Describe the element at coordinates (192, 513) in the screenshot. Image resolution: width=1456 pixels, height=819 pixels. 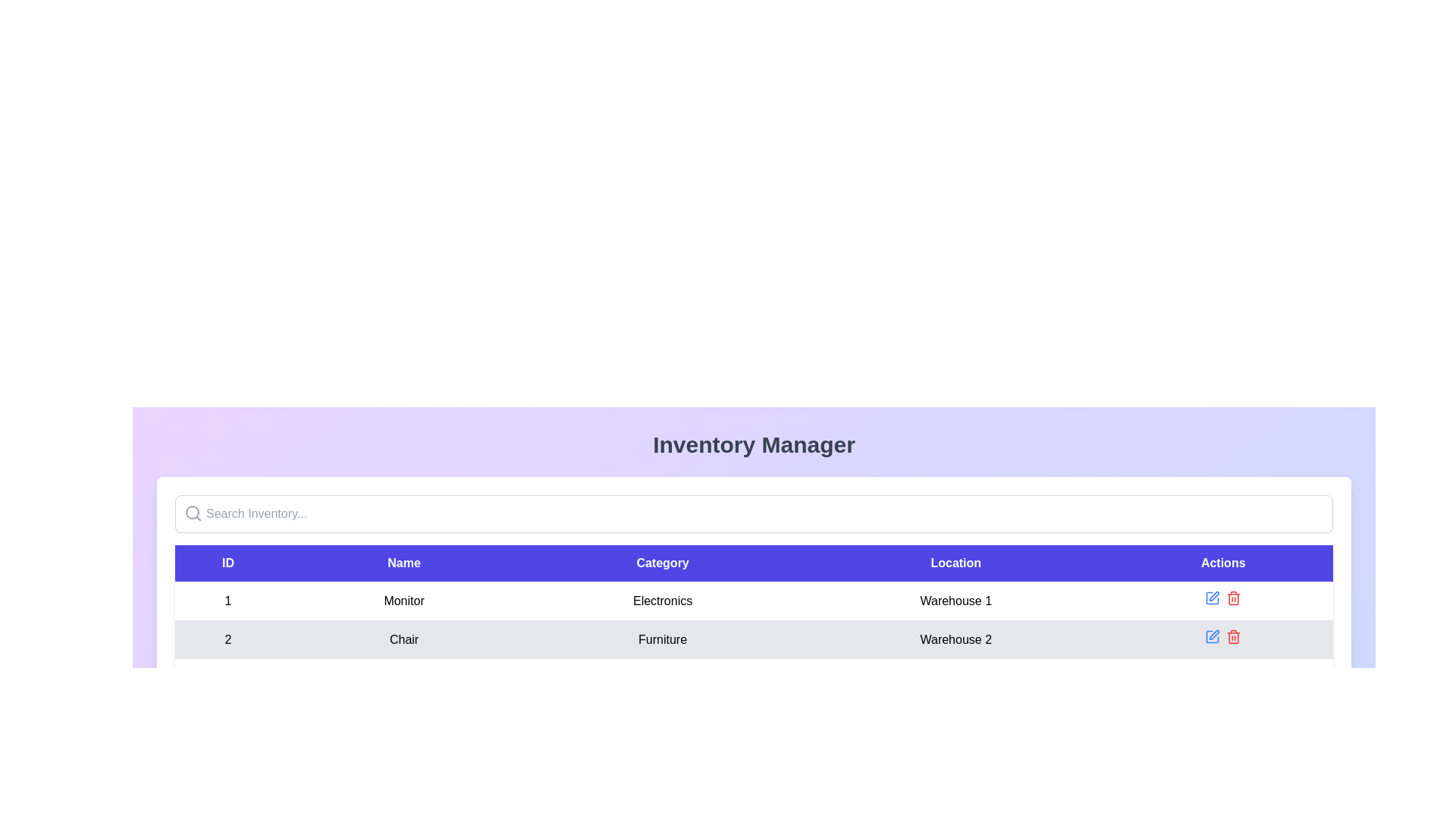
I see `the gray SVG search magnifying glass icon located on the left side of the input field labeled 'Search Inventory...'` at that location.